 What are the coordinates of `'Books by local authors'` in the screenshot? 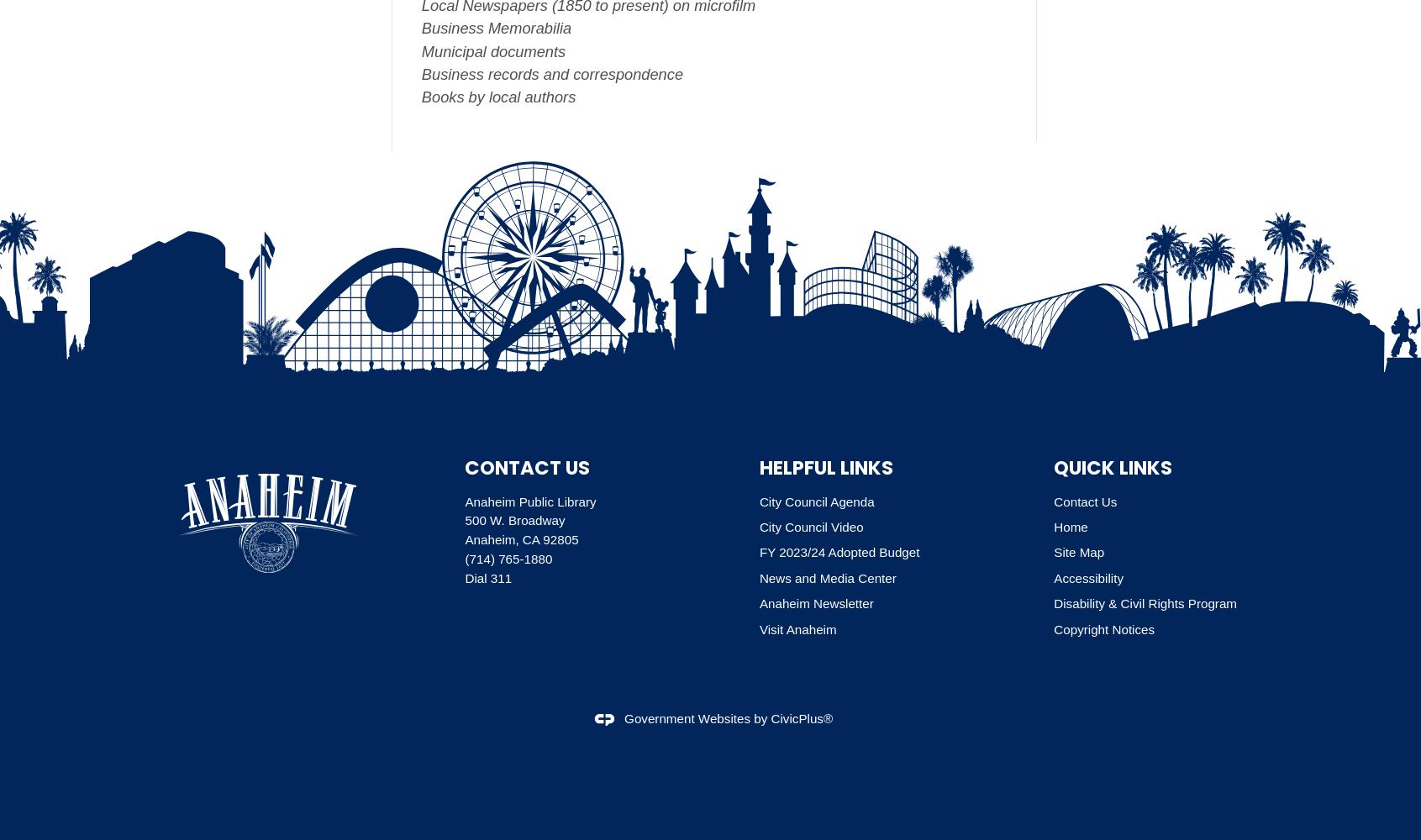 It's located at (420, 96).